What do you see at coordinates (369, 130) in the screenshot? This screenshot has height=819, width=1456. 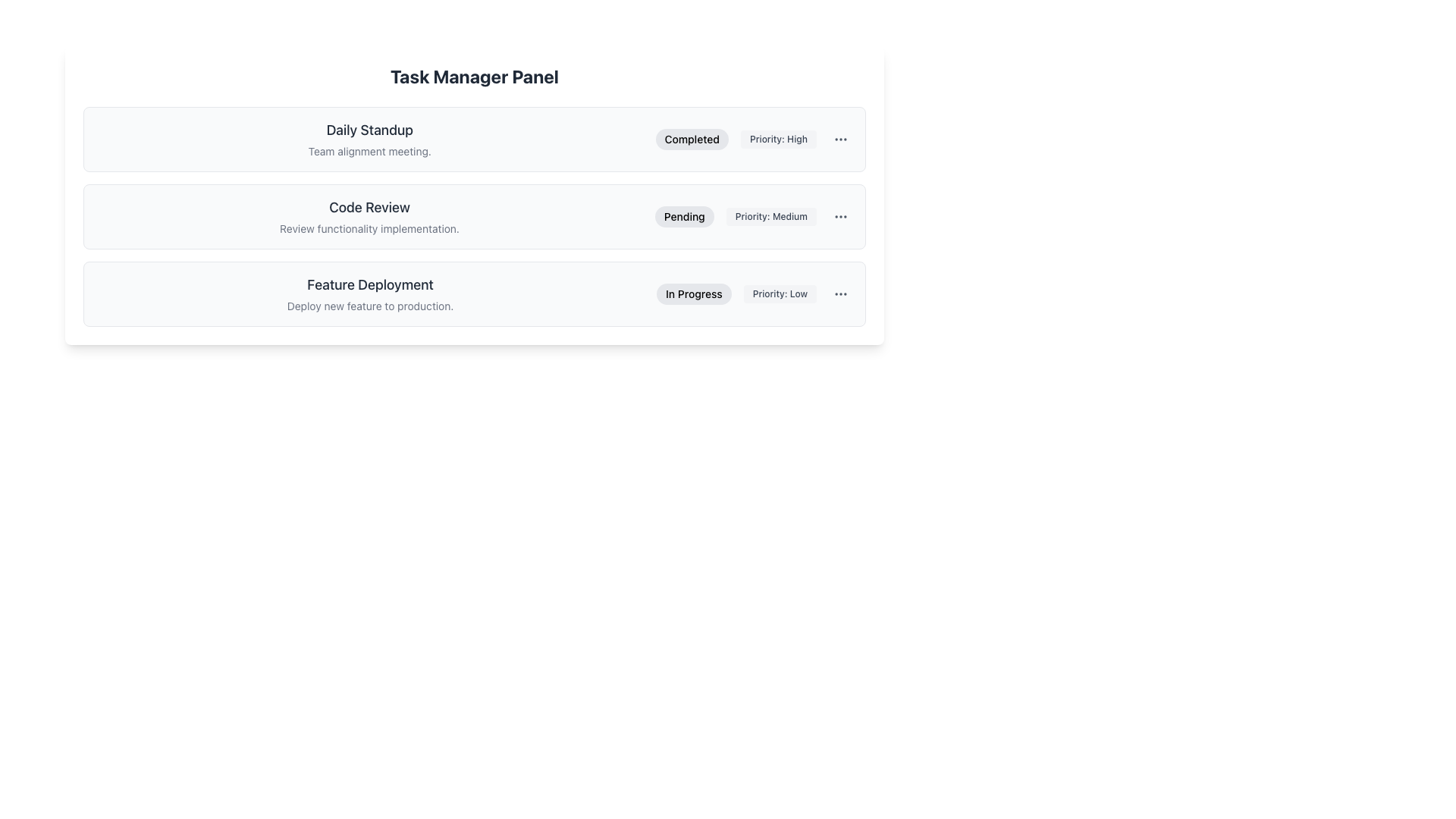 I see `text from the Text Header displaying 'Daily Standup', which is a bold dark gray text on a white background, located at the top of the task management interface` at bounding box center [369, 130].